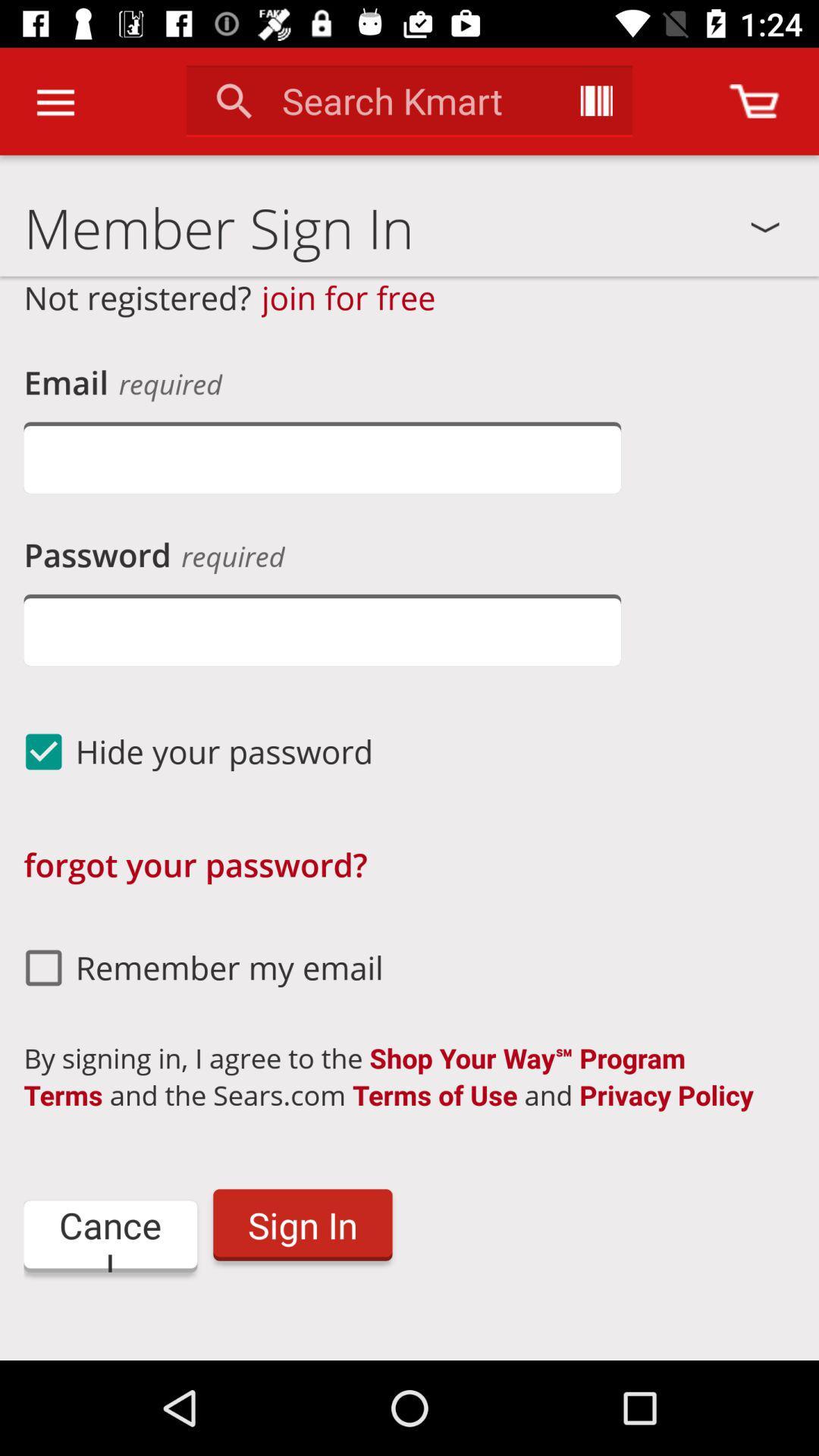 The width and height of the screenshot is (819, 1456). Describe the element at coordinates (322, 629) in the screenshot. I see `icon below the password item` at that location.